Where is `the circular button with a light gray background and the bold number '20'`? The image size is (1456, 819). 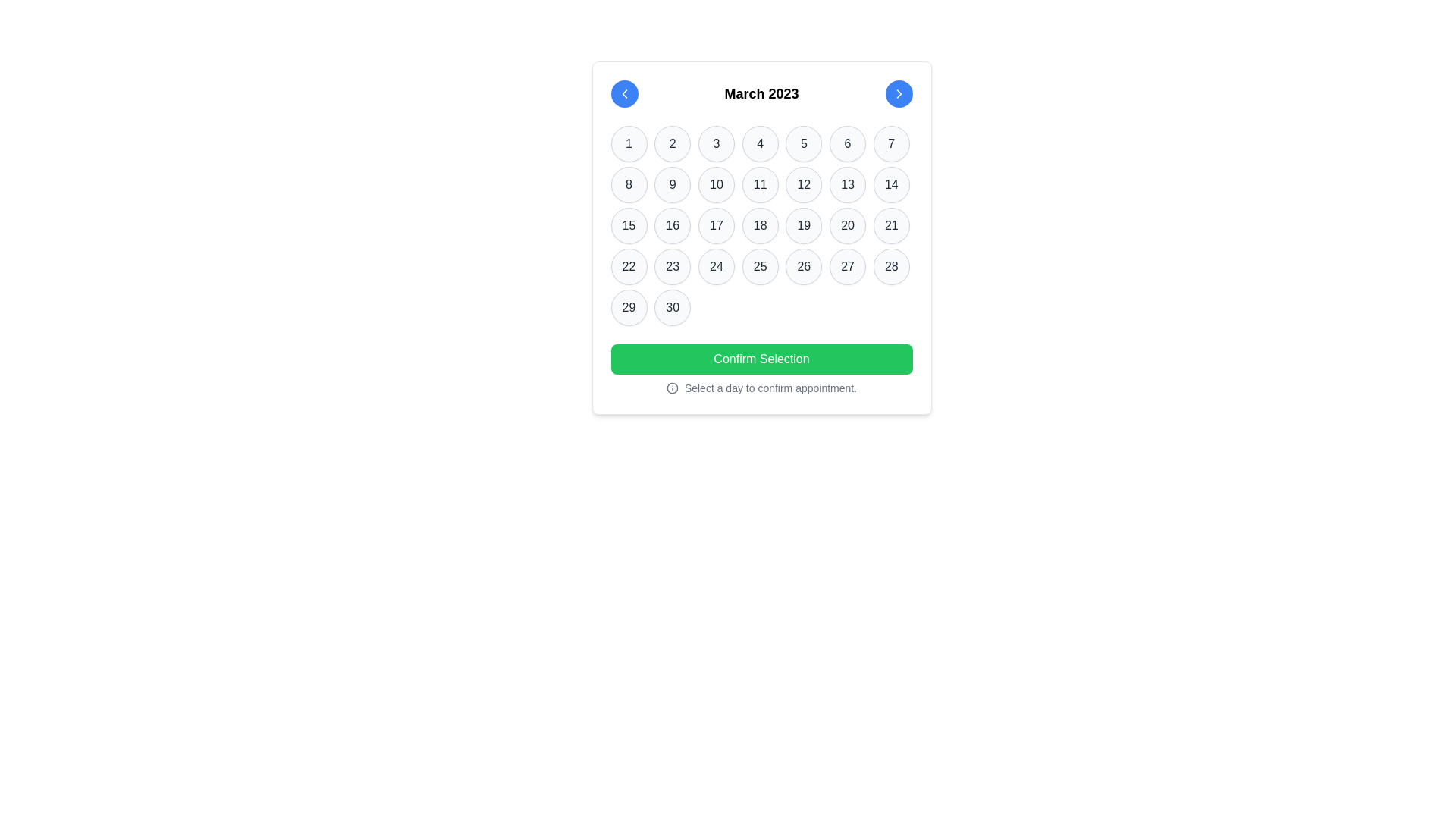
the circular button with a light gray background and the bold number '20' is located at coordinates (847, 225).